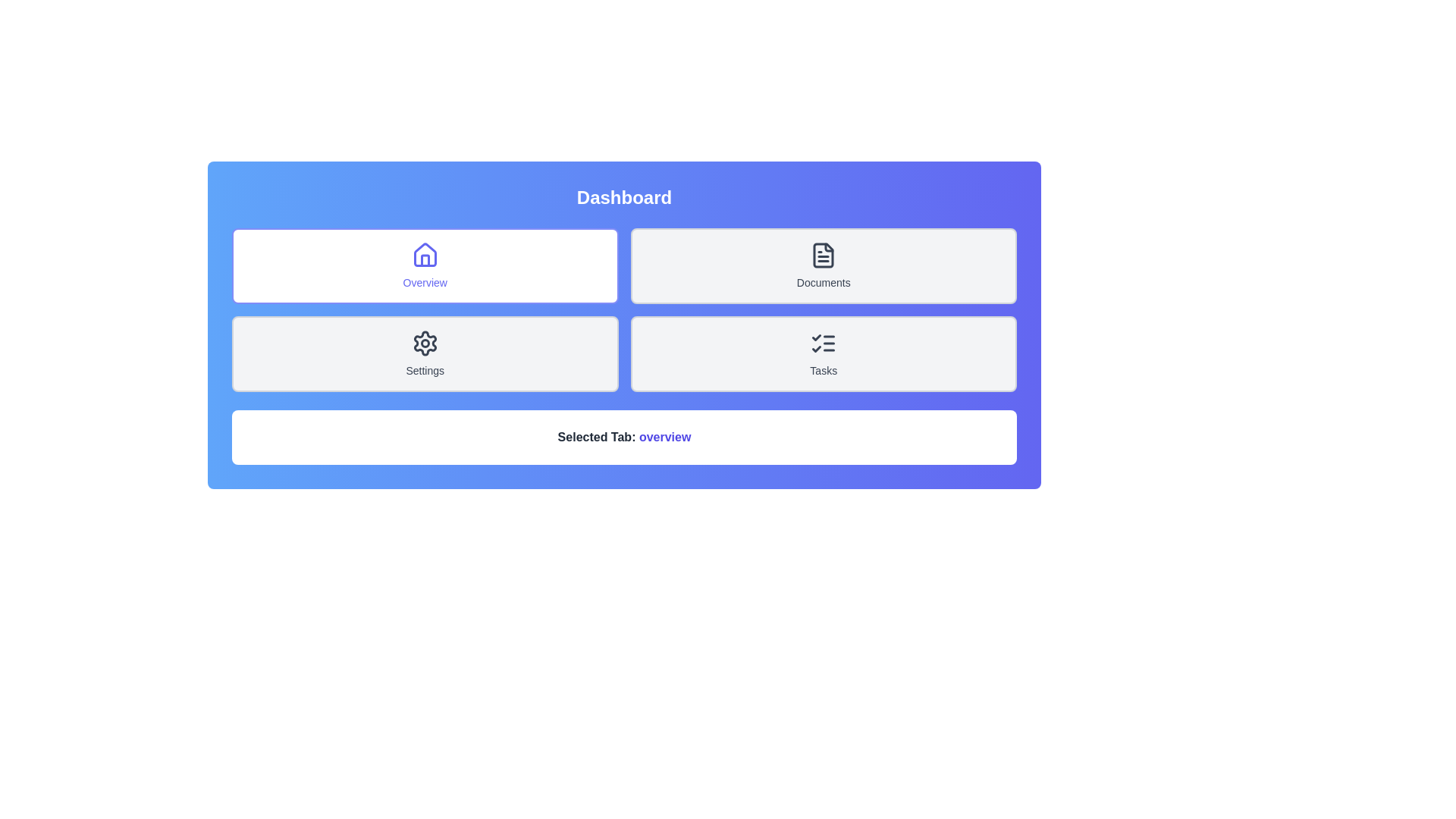  Describe the element at coordinates (425, 343) in the screenshot. I see `the gear icon in the Settings category to potentially access settings` at that location.